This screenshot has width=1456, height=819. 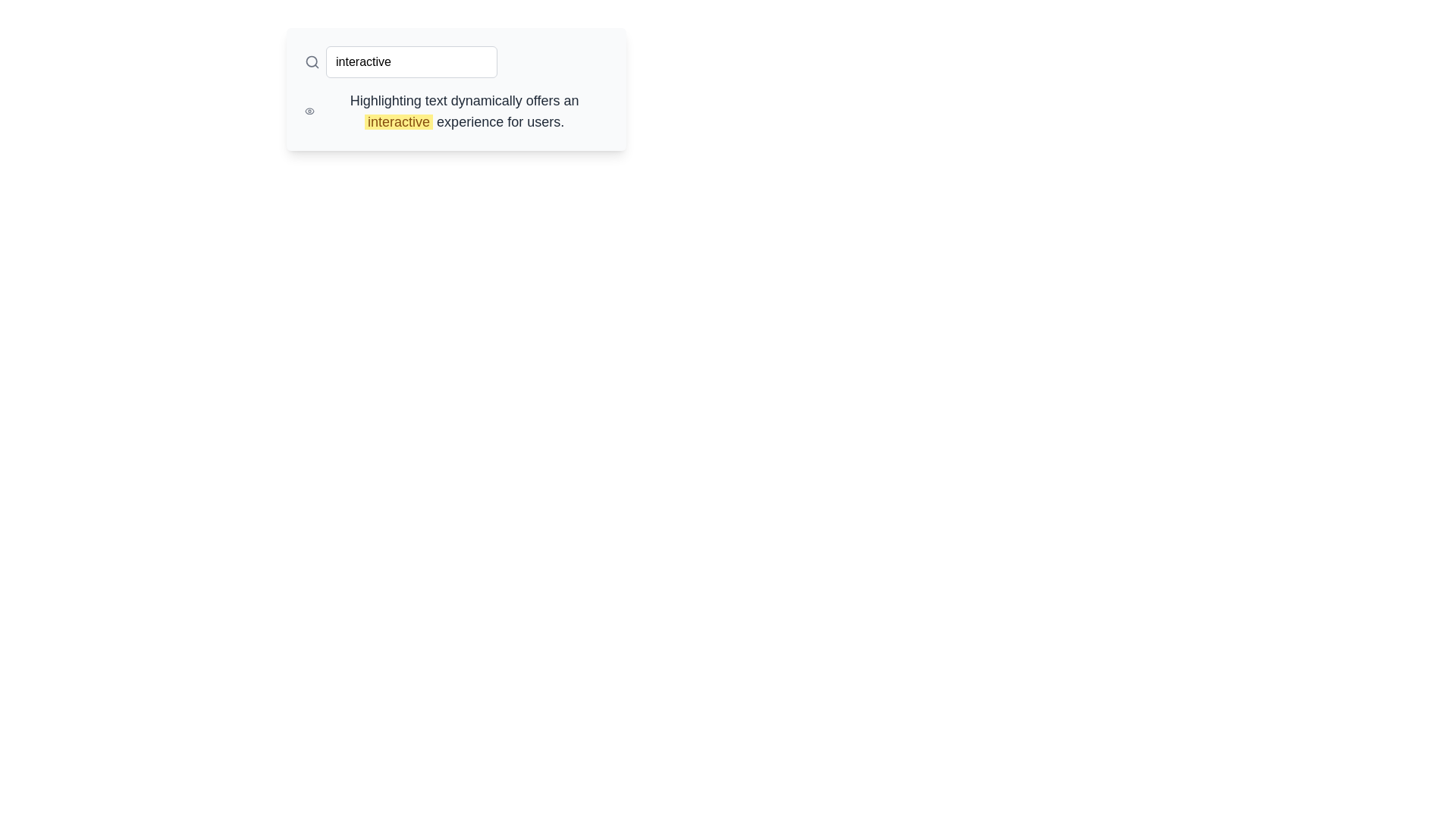 I want to click on the circular vector graphic element of the magnifying glass icon, which is located adjacent to the input field in the top-left corner of the search bar, so click(x=311, y=61).